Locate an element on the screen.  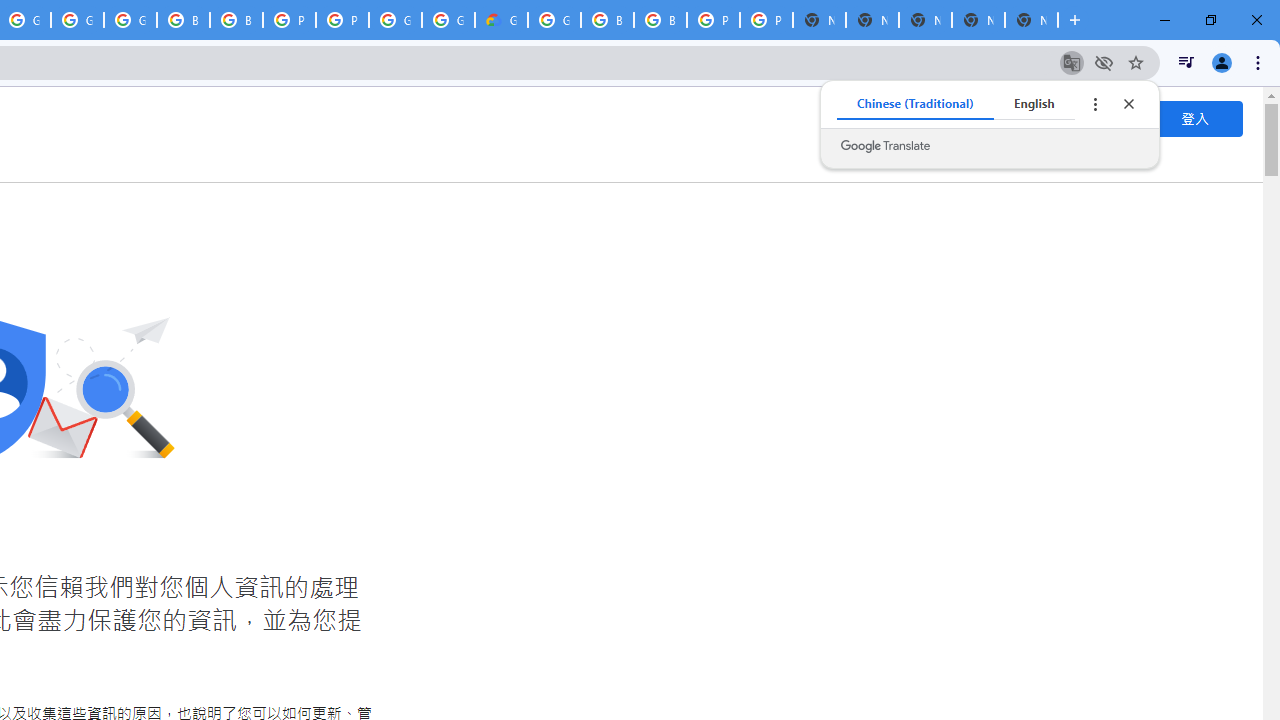
'Translate this page' is located at coordinates (1071, 61).